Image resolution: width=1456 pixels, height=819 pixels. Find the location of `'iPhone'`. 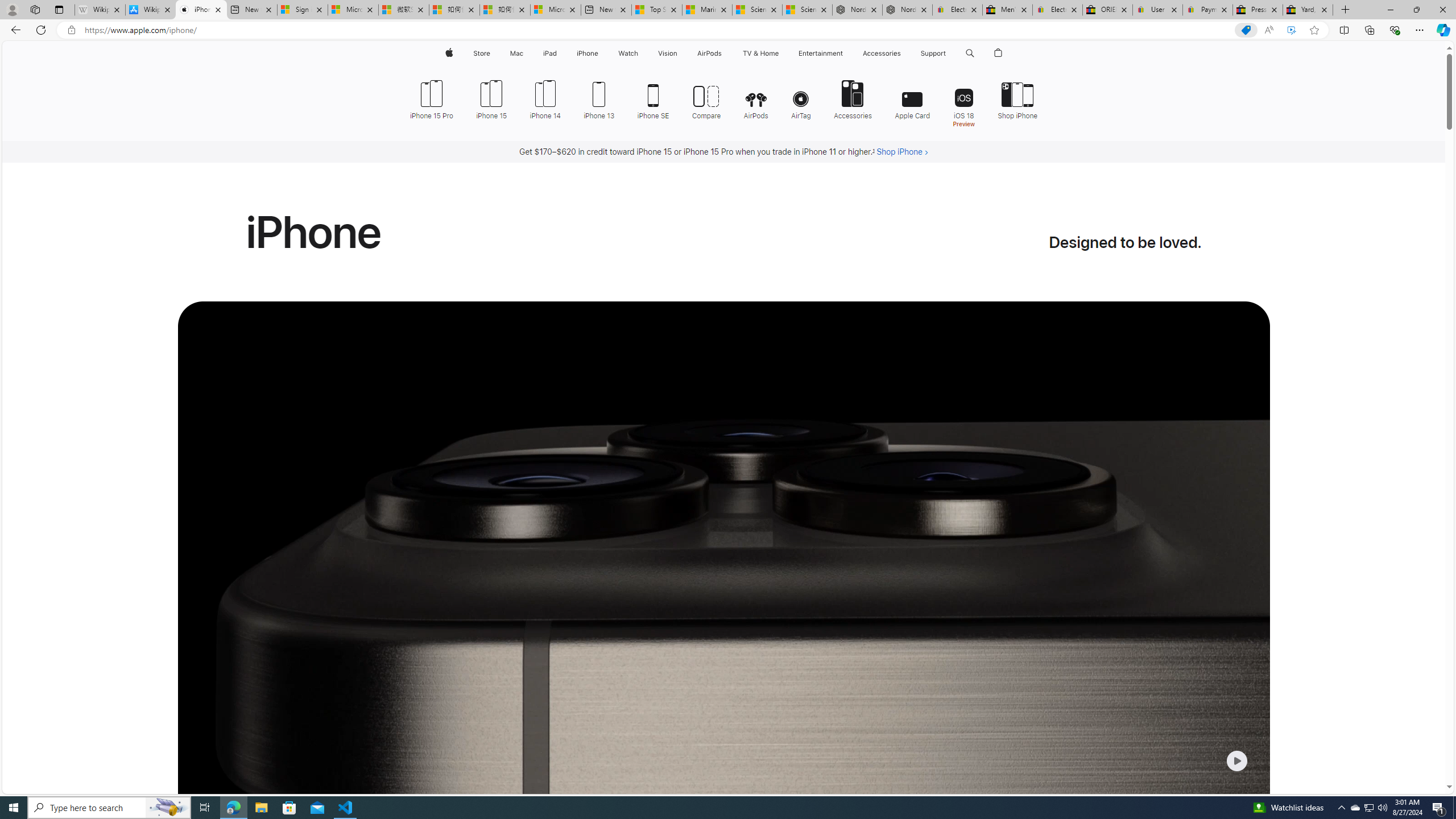

'iPhone' is located at coordinates (586, 53).